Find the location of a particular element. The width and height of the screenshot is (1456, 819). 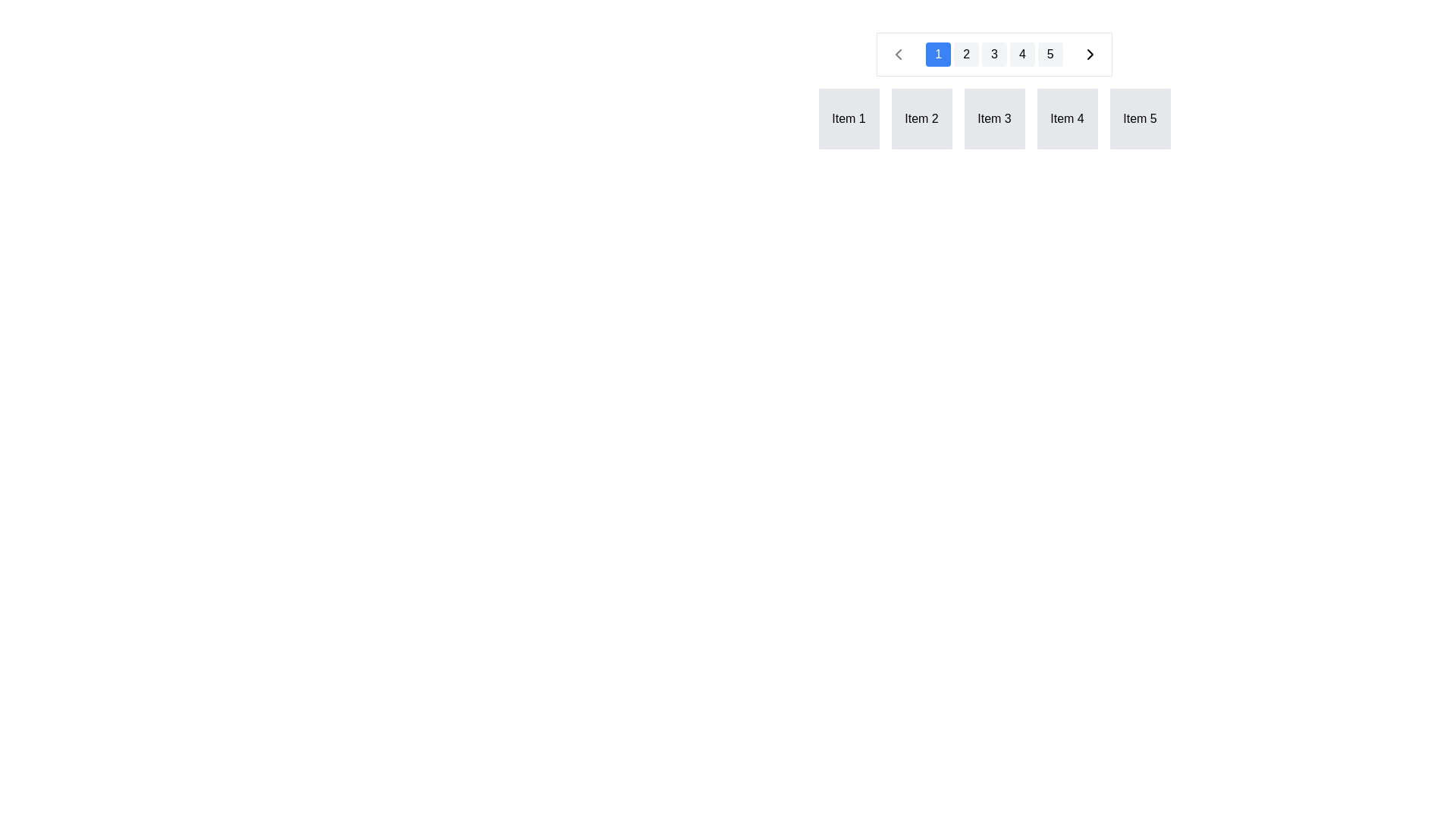

the Text label displaying 'Item 5' located at the top-right corner of the interface is located at coordinates (1140, 118).